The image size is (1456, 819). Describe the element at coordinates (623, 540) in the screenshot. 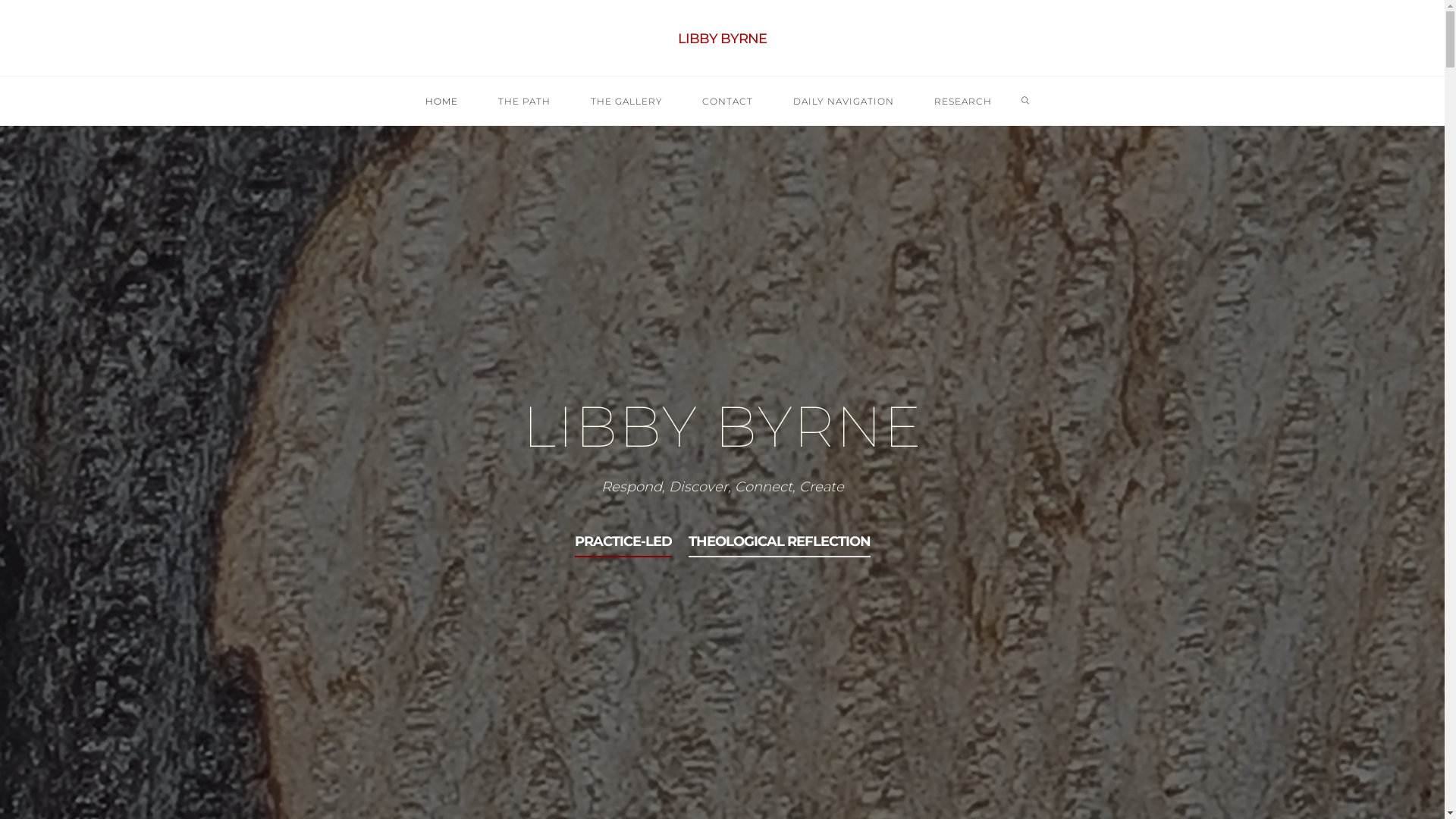

I see `'PRACTICE-LED'` at that location.